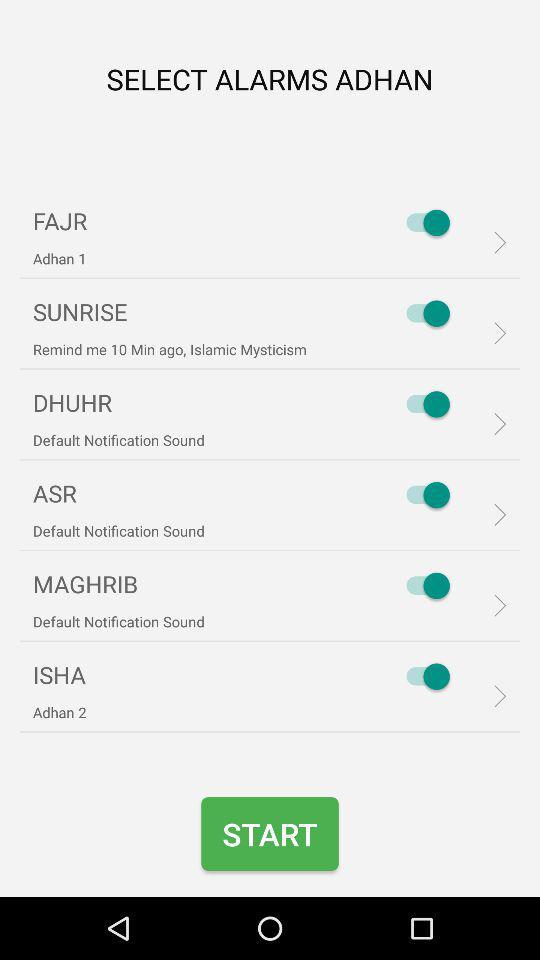 The height and width of the screenshot is (960, 540). I want to click on the item below default notification sound icon, so click(270, 834).